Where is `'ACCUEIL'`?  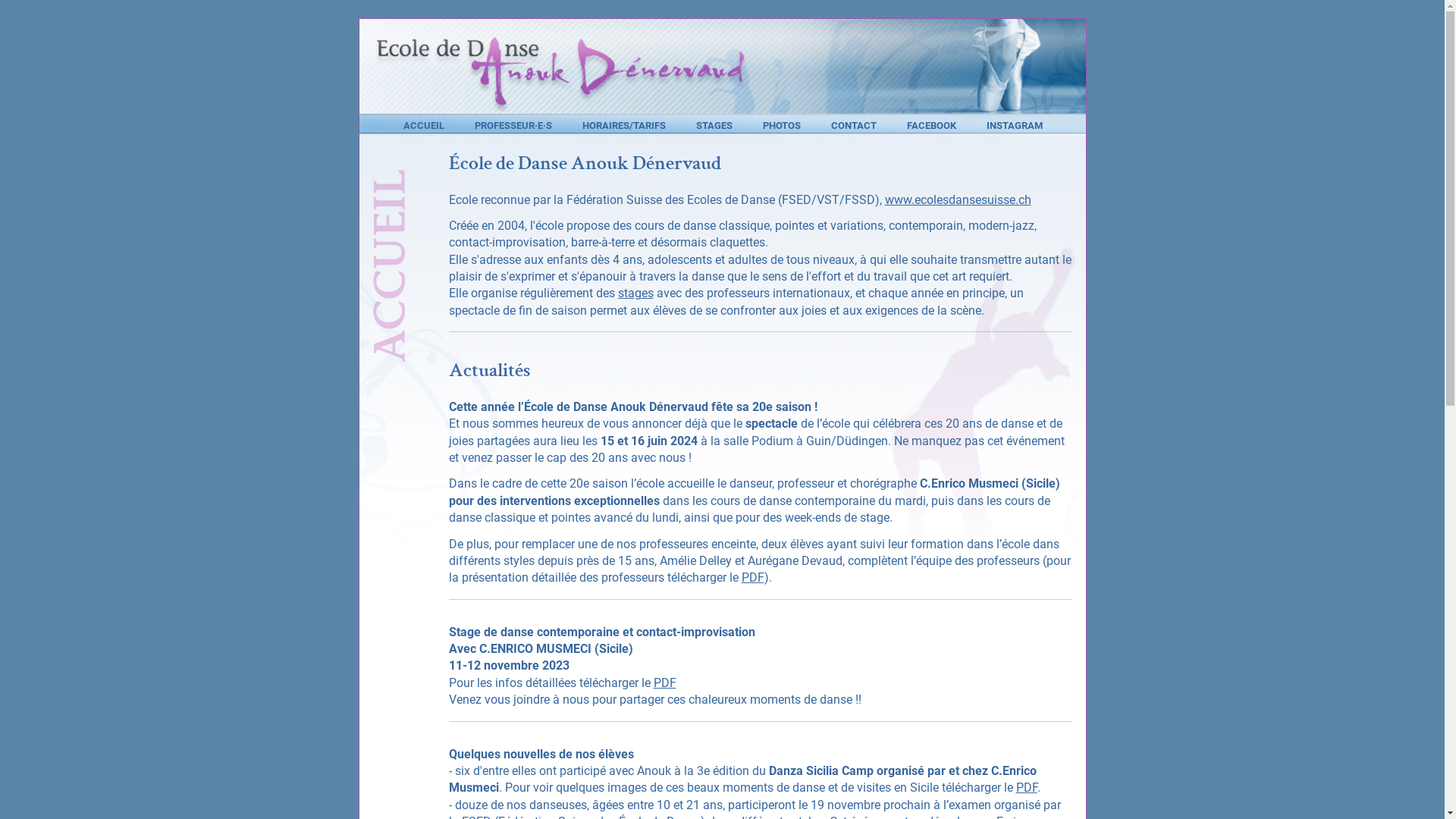
'ACCUEIL' is located at coordinates (403, 124).